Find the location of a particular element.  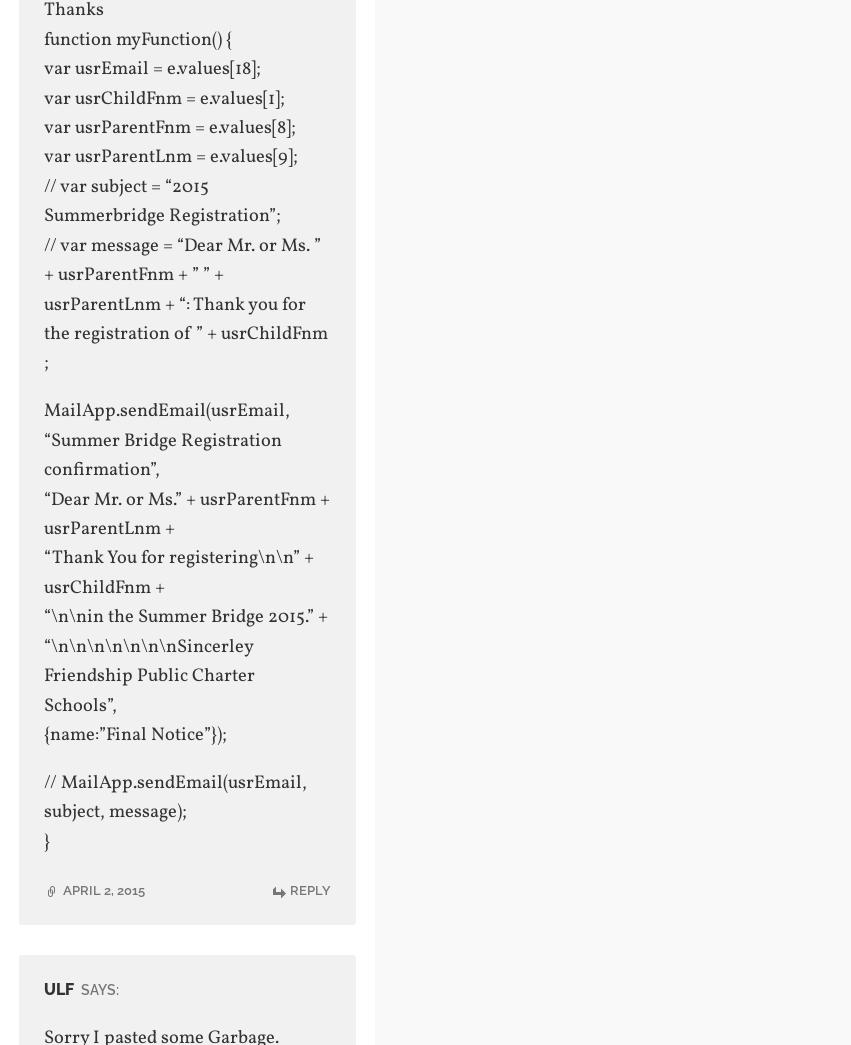

'{name:”Final Notice”});' is located at coordinates (134, 733).